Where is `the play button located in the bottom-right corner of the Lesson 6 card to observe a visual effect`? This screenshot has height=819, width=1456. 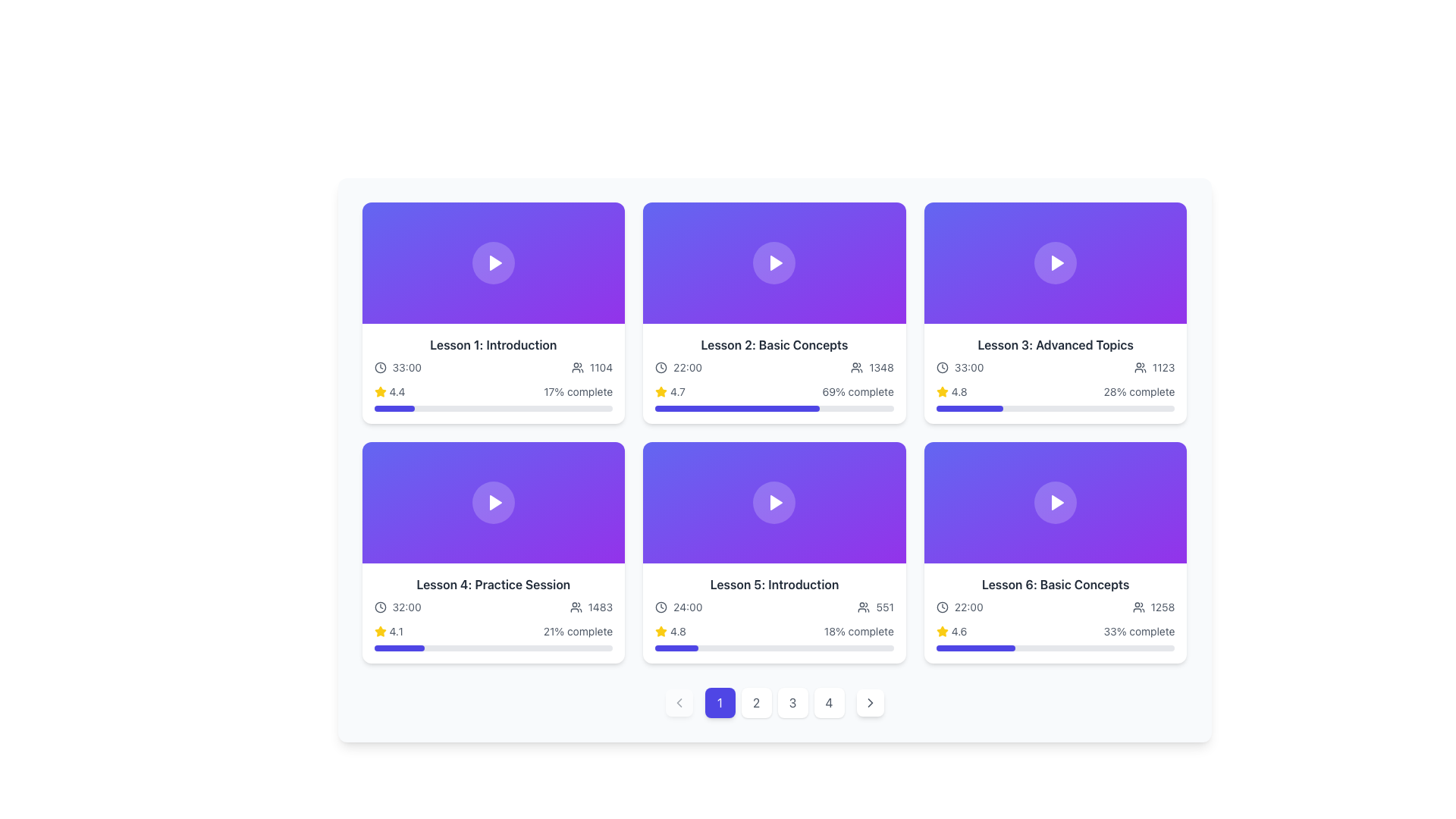
the play button located in the bottom-right corner of the Lesson 6 card to observe a visual effect is located at coordinates (1055, 503).